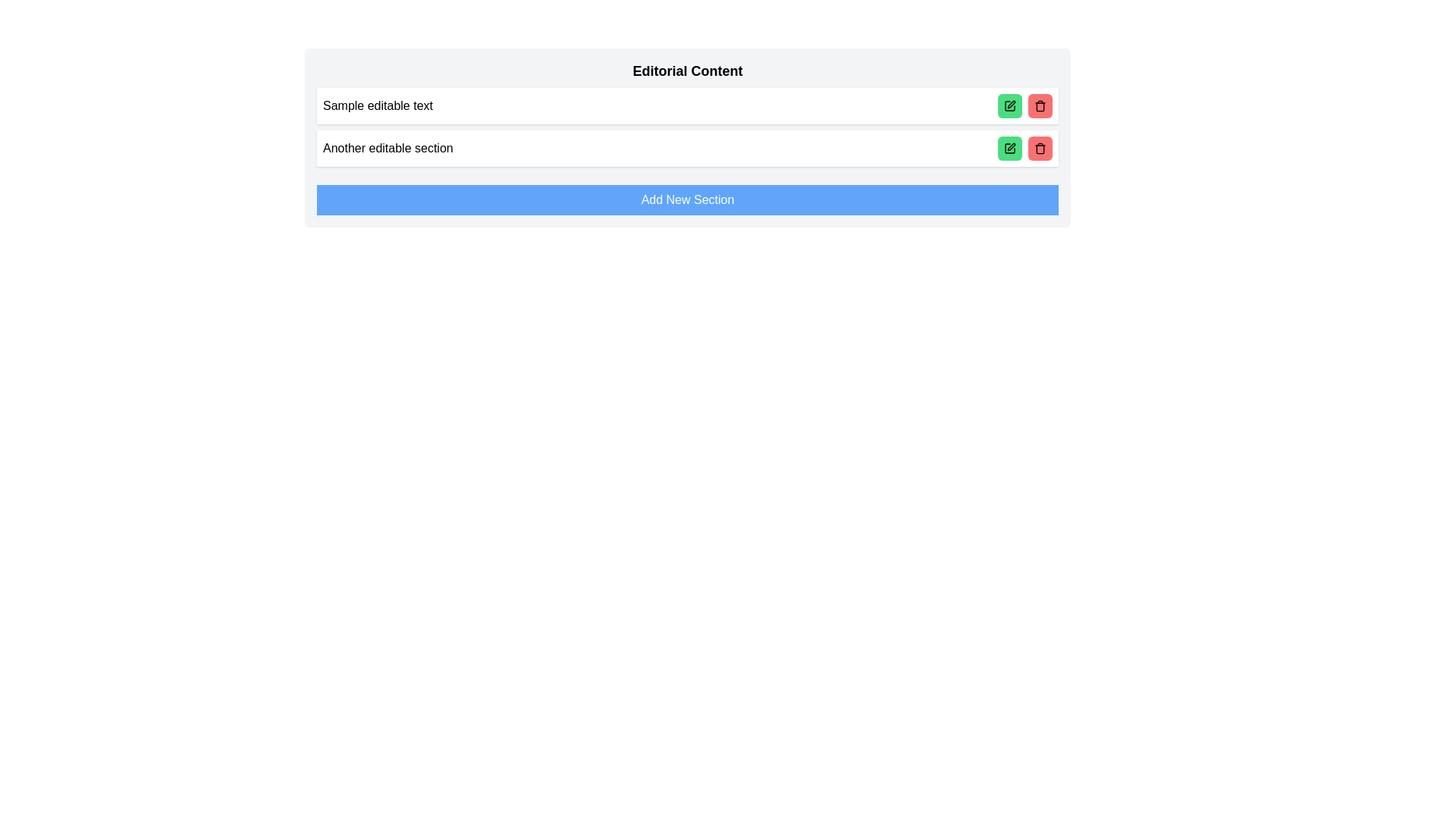  What do you see at coordinates (1009, 149) in the screenshot?
I see `the editing button located in the second row labeled 'Another editable section' by` at bounding box center [1009, 149].